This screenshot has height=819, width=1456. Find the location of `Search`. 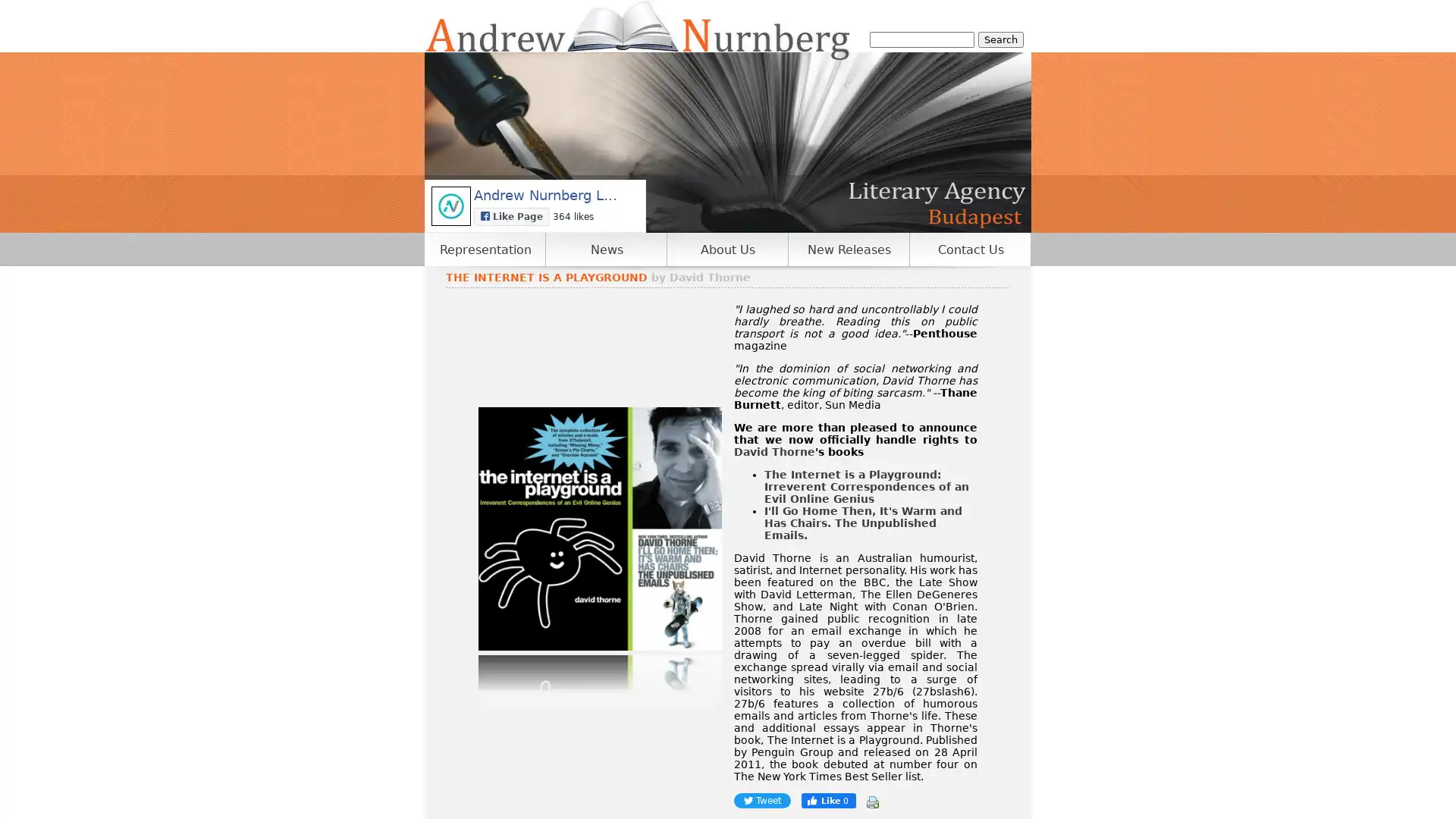

Search is located at coordinates (1001, 39).